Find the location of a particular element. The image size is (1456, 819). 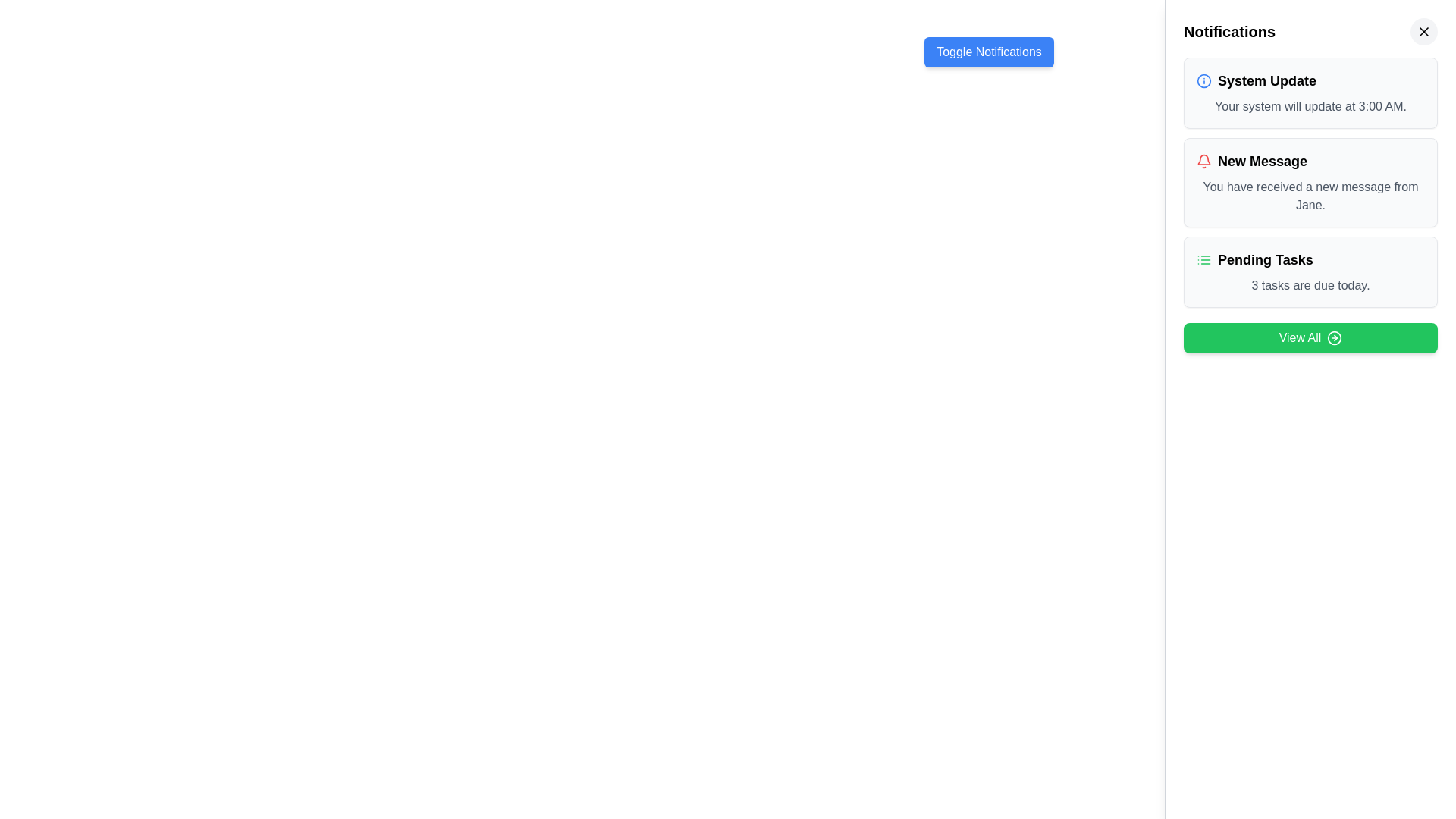

the blue rectangular button with rounded corners labeled 'Toggle Notifications' is located at coordinates (989, 52).